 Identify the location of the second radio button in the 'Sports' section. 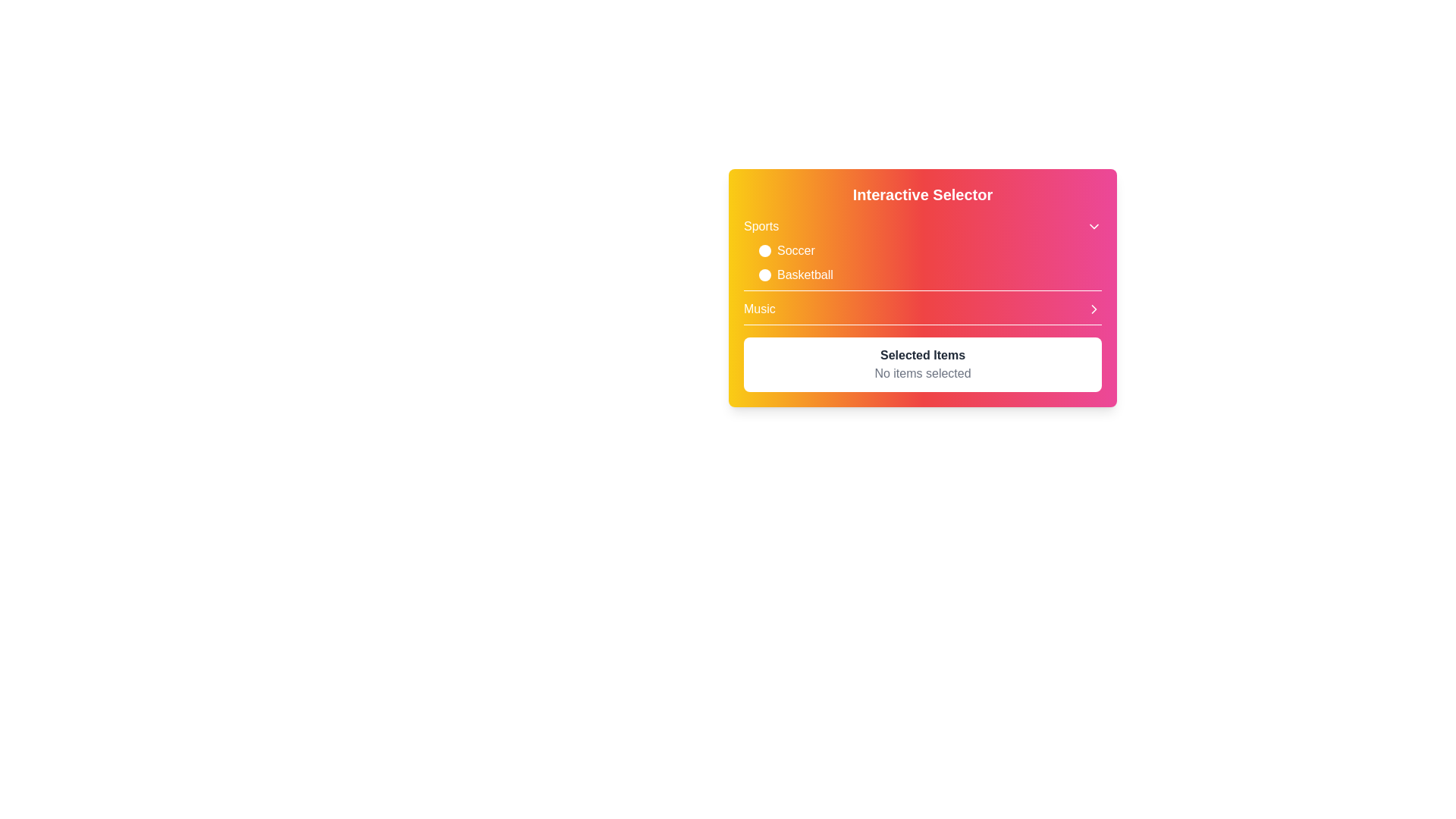
(922, 262).